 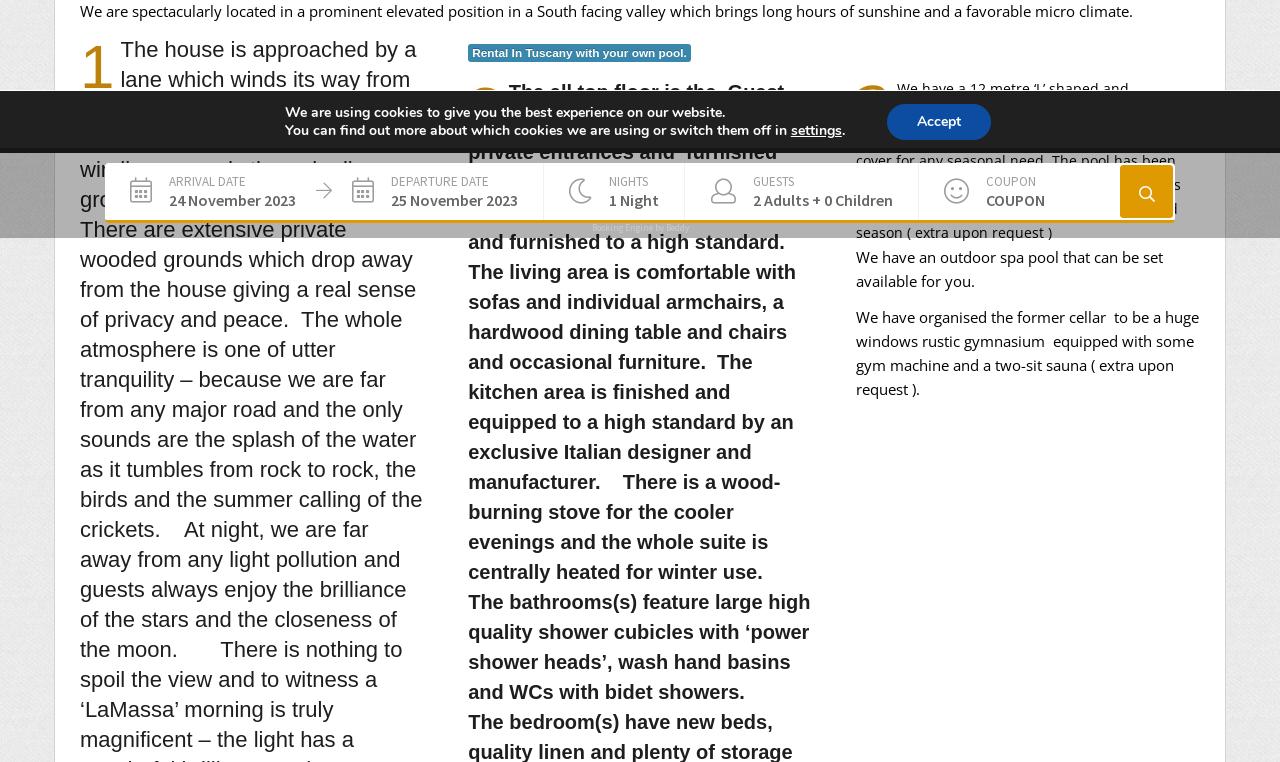 I want to click on 'Accept', so click(x=938, y=121).